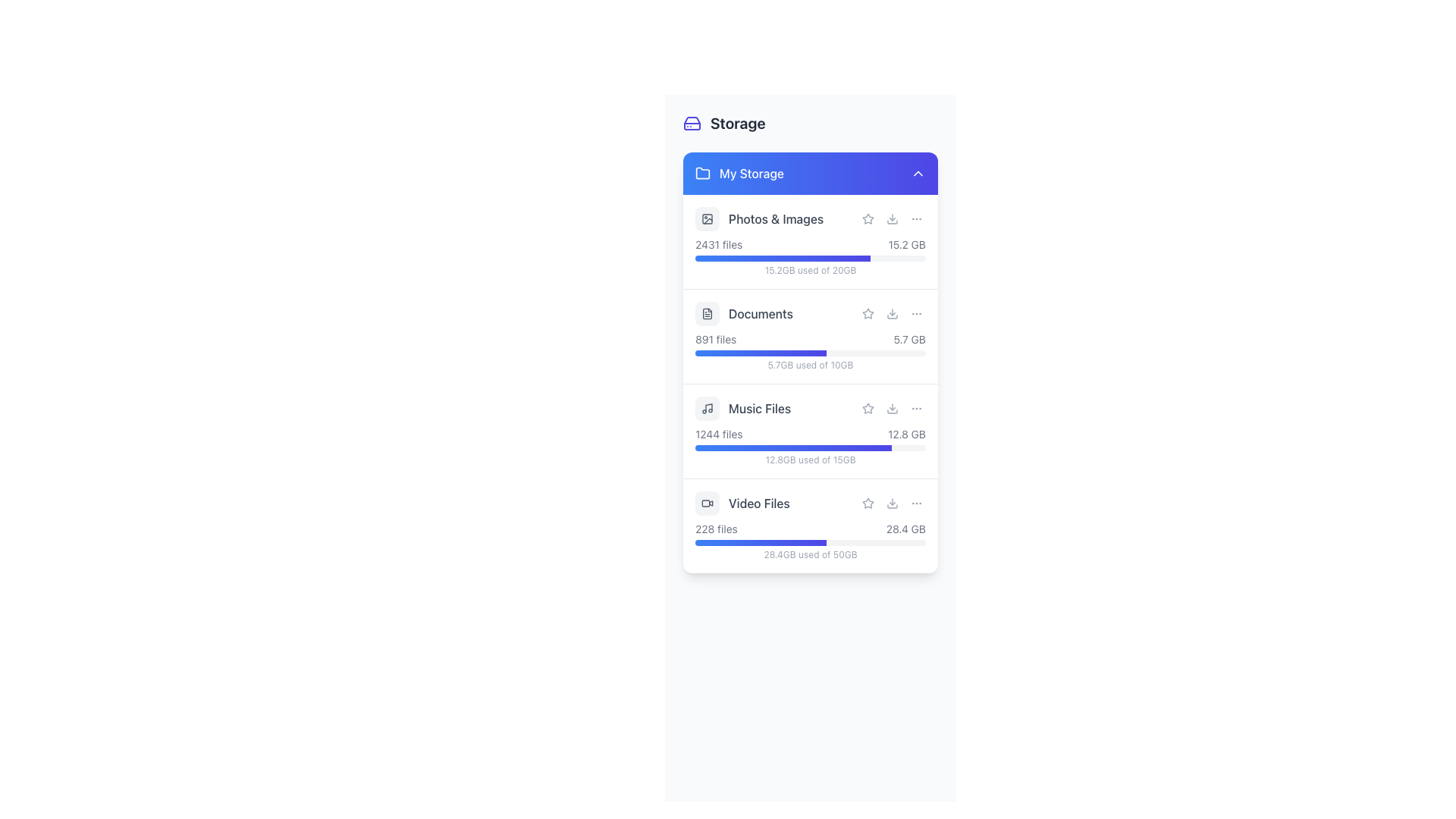  Describe the element at coordinates (759, 503) in the screenshot. I see `the 'Video Files' text label, which is part of the fourth item in the 'Storage' category list, positioned to the right of a video camera icon` at that location.